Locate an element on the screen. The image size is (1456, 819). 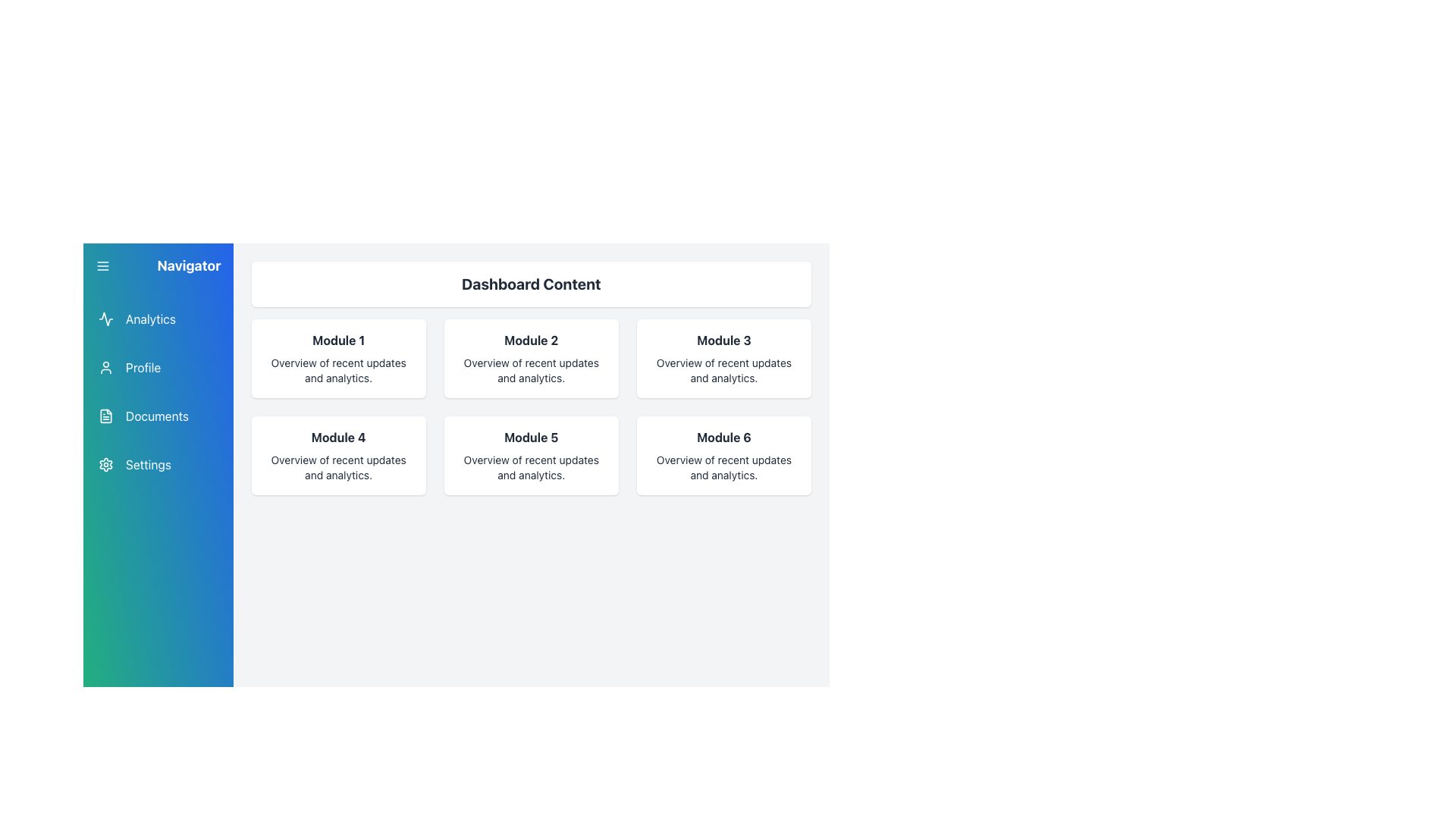
the 'Profile' navigation menu item in the vertical sidebar is located at coordinates (158, 368).